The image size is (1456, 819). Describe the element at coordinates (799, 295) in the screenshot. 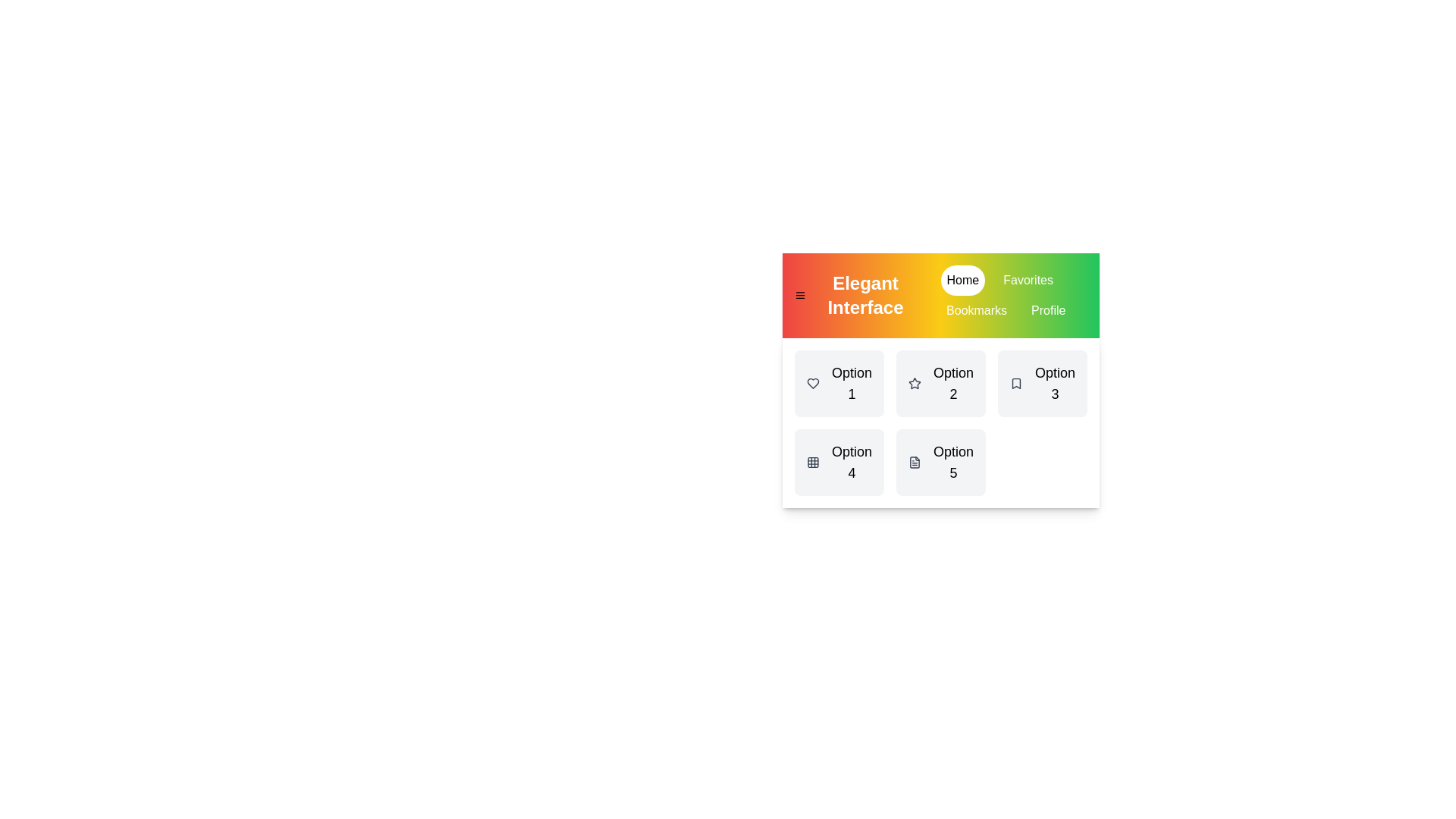

I see `the menu icon to toggle the menu visibility` at that location.